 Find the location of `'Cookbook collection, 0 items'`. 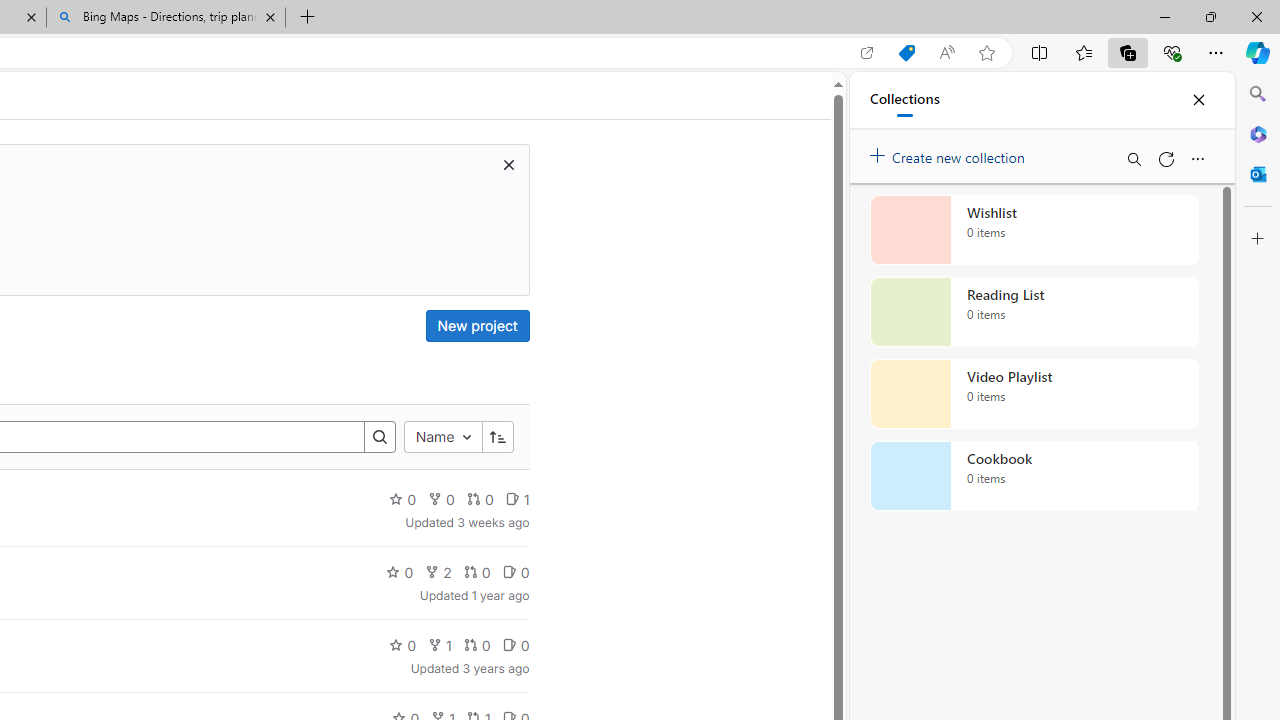

'Cookbook collection, 0 items' is located at coordinates (1034, 475).